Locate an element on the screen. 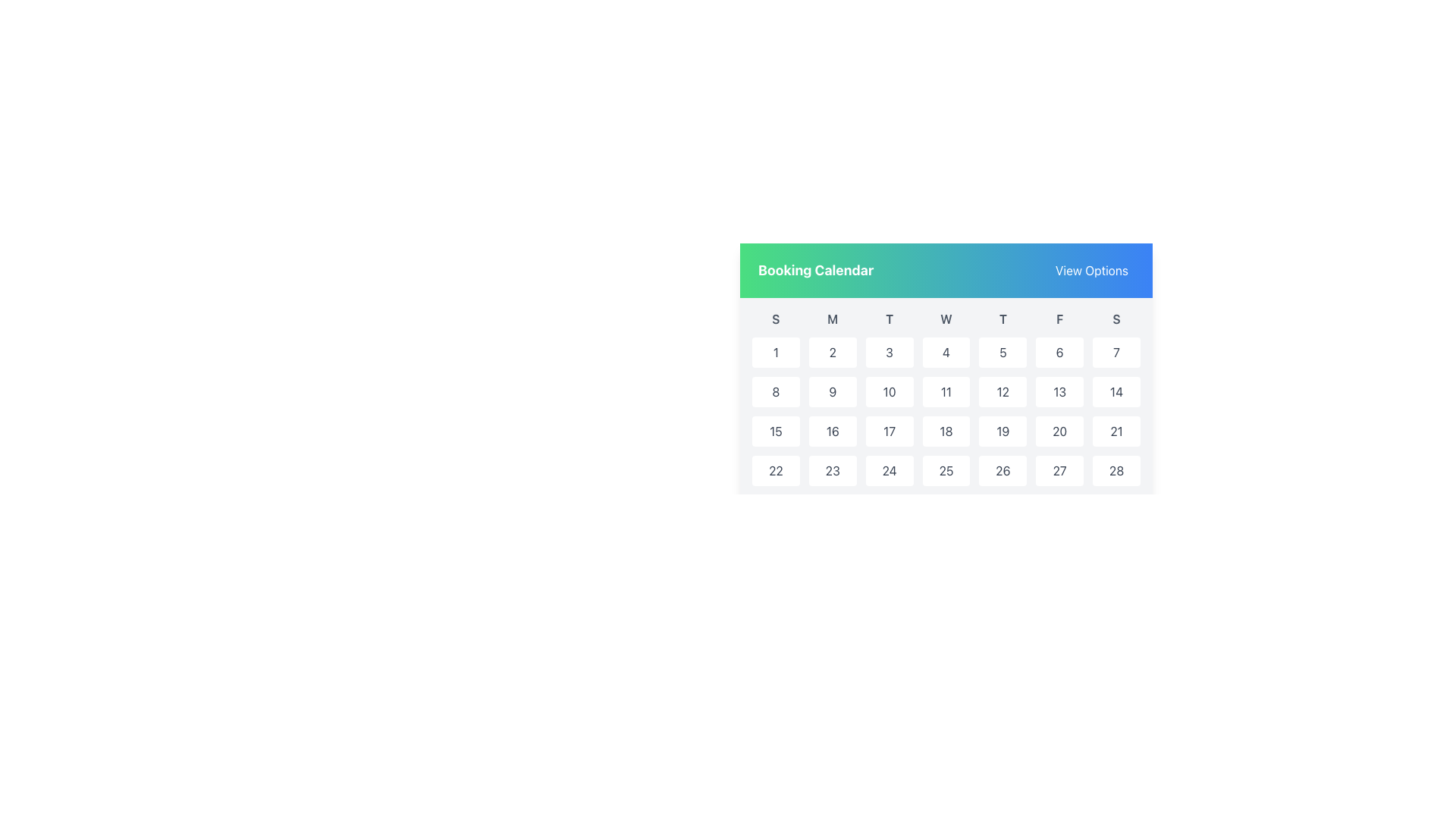 Image resolution: width=1456 pixels, height=819 pixels. the static text label for the Wednesday column in the calendar layout, which is positioned between 'T' and the second 'T' is located at coordinates (946, 318).